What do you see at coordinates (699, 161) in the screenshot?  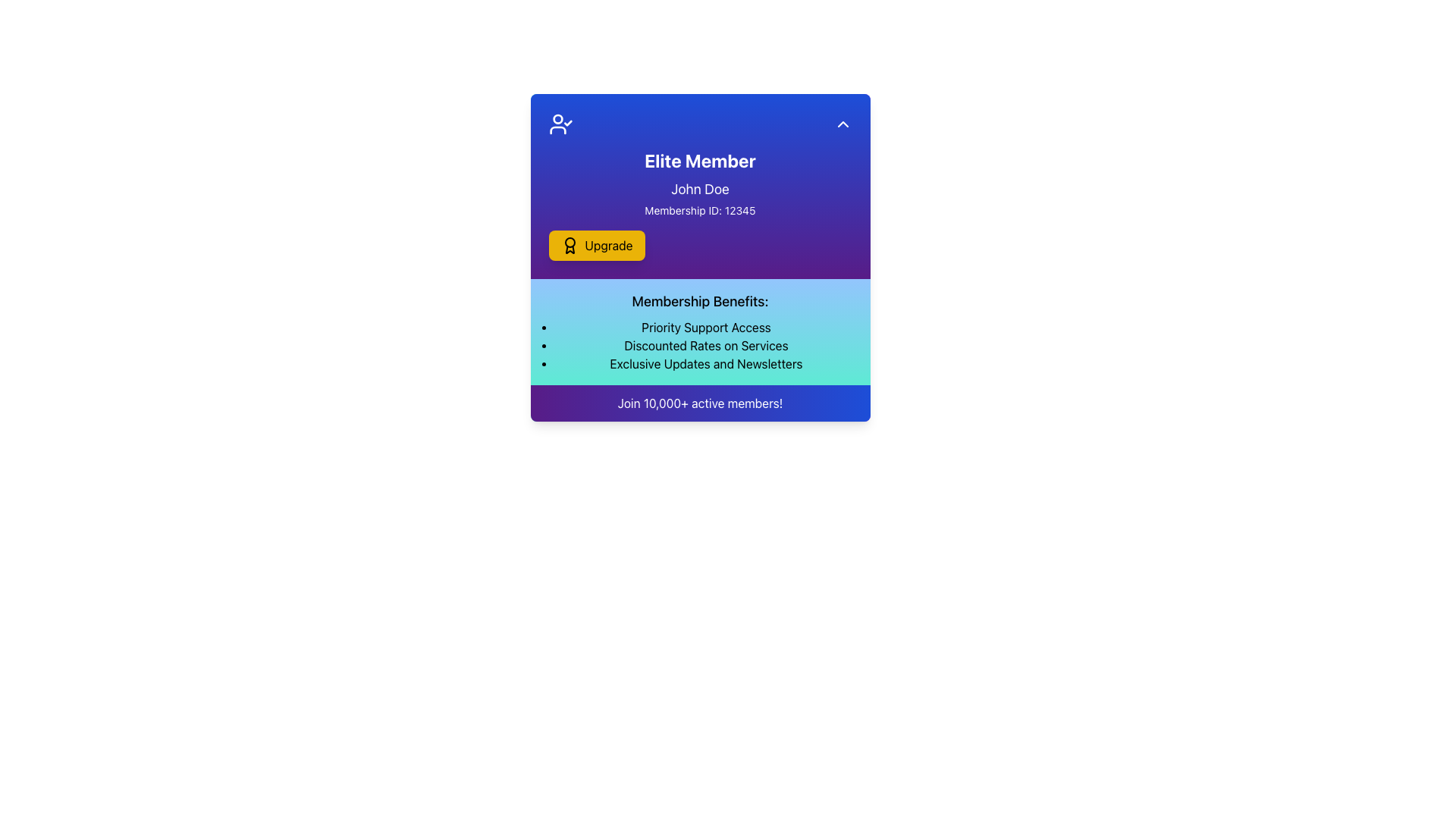 I see `the 'Elite Member' text label, which is prominently displayed in a bold and large font on a blue-to-purple gradient background card, located above the 'John Doe' text` at bounding box center [699, 161].